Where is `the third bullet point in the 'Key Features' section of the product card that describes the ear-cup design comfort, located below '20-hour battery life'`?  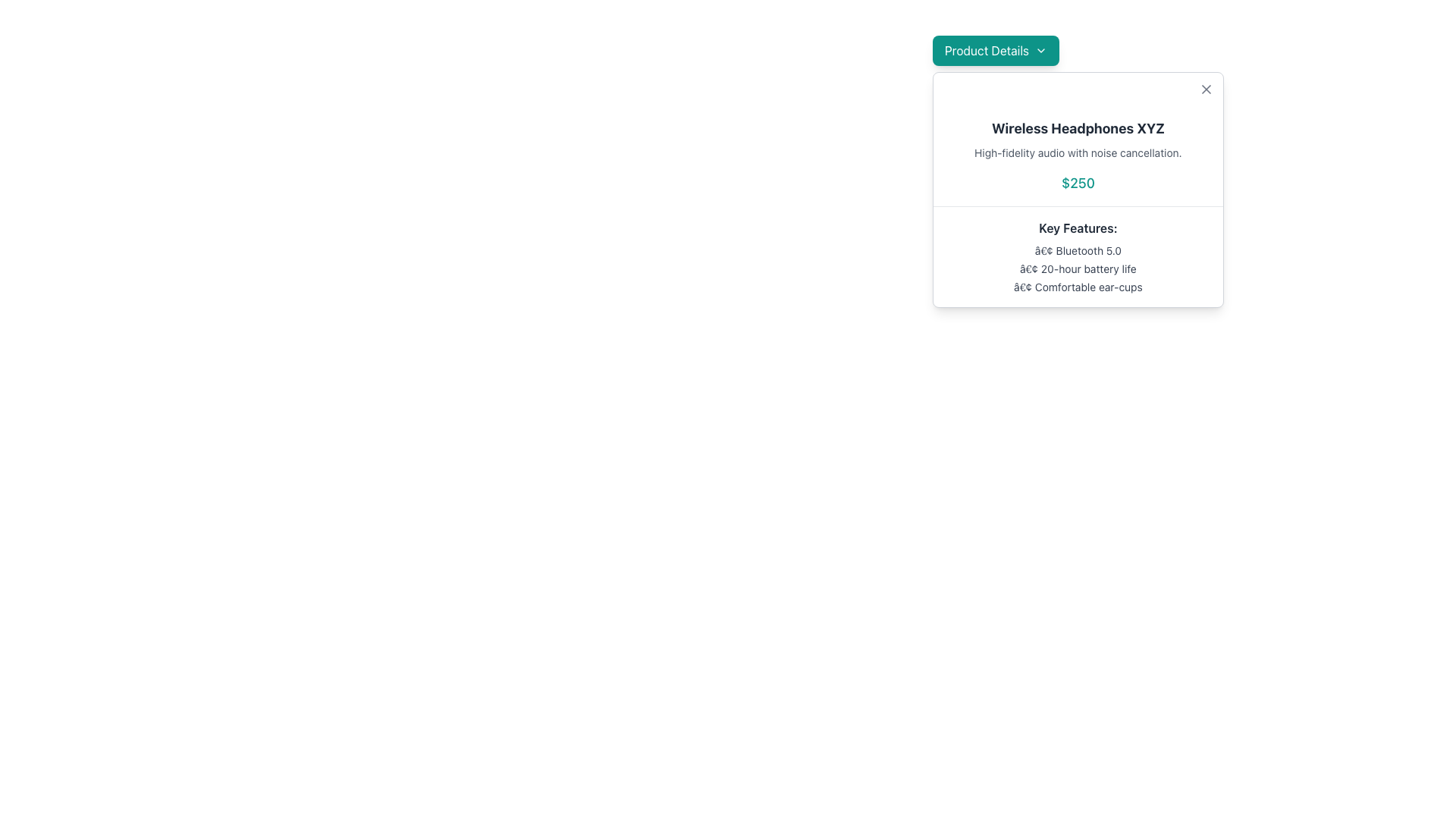 the third bullet point in the 'Key Features' section of the product card that describes the ear-cup design comfort, located below '20-hour battery life' is located at coordinates (1077, 287).